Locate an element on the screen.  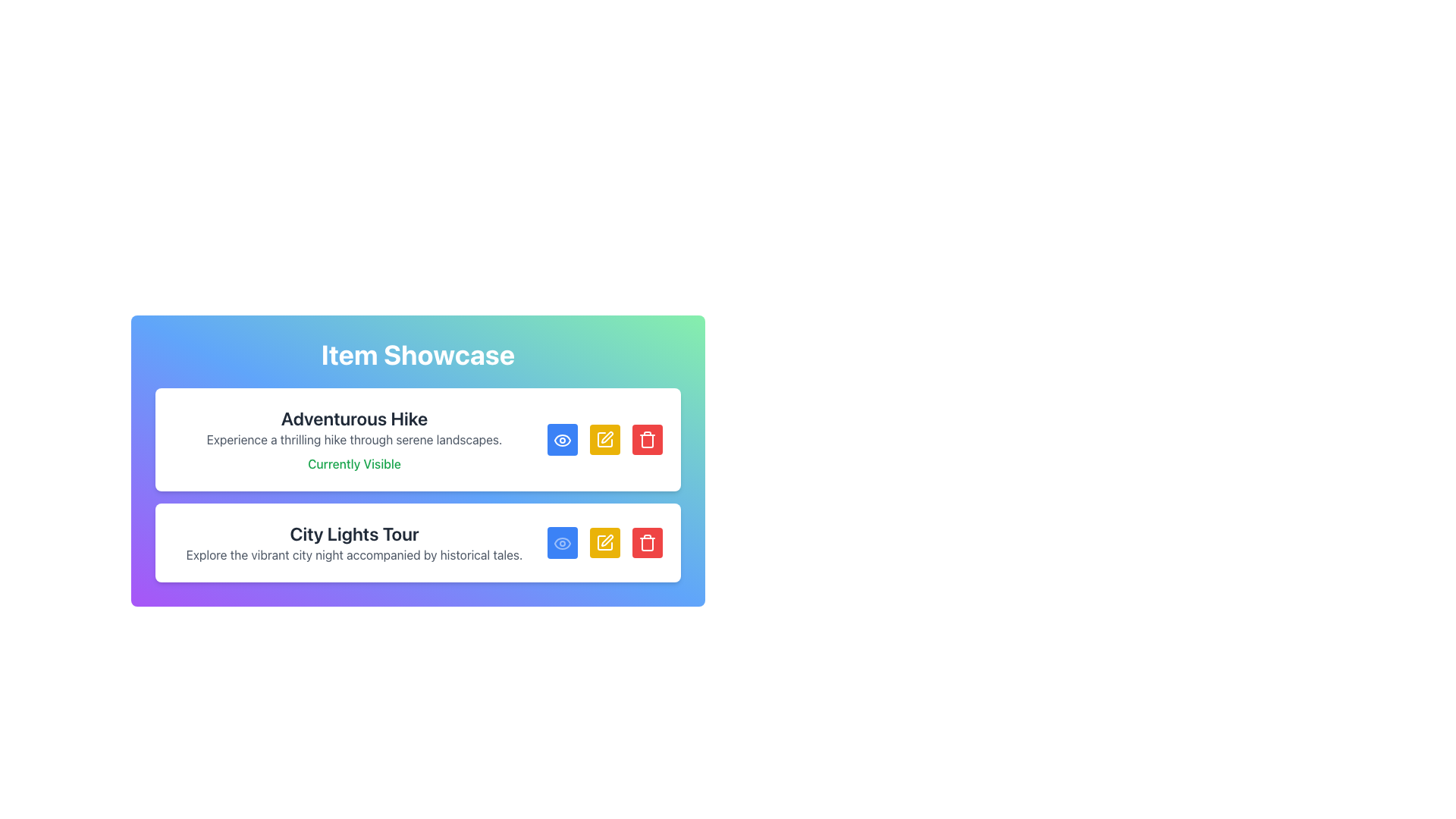
the delete icon button located on the right side of the 'City Lights Tour' item, which is the fourth icon in the sequence is located at coordinates (648, 439).